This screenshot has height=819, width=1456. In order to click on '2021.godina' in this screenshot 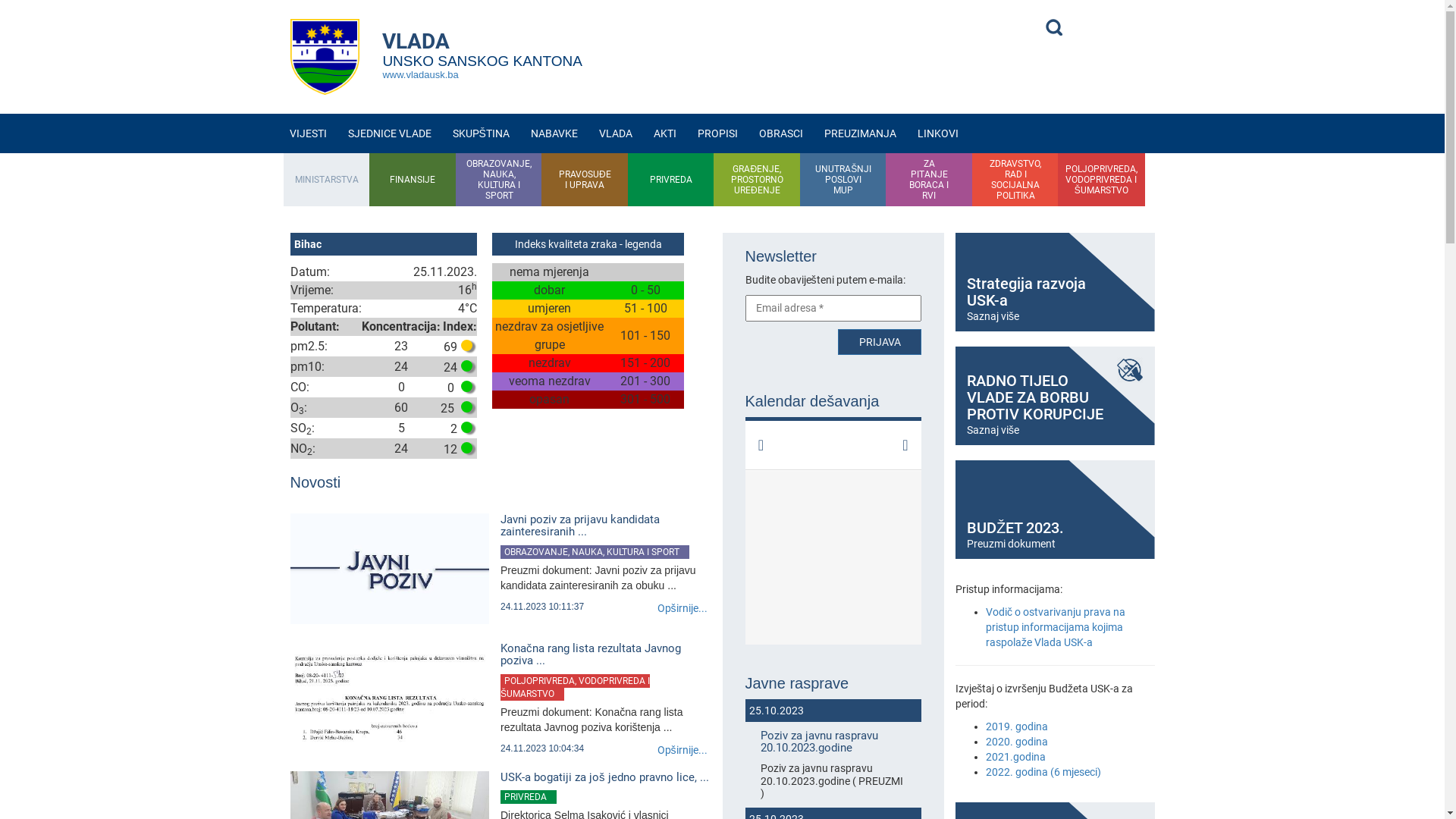, I will do `click(986, 757)`.